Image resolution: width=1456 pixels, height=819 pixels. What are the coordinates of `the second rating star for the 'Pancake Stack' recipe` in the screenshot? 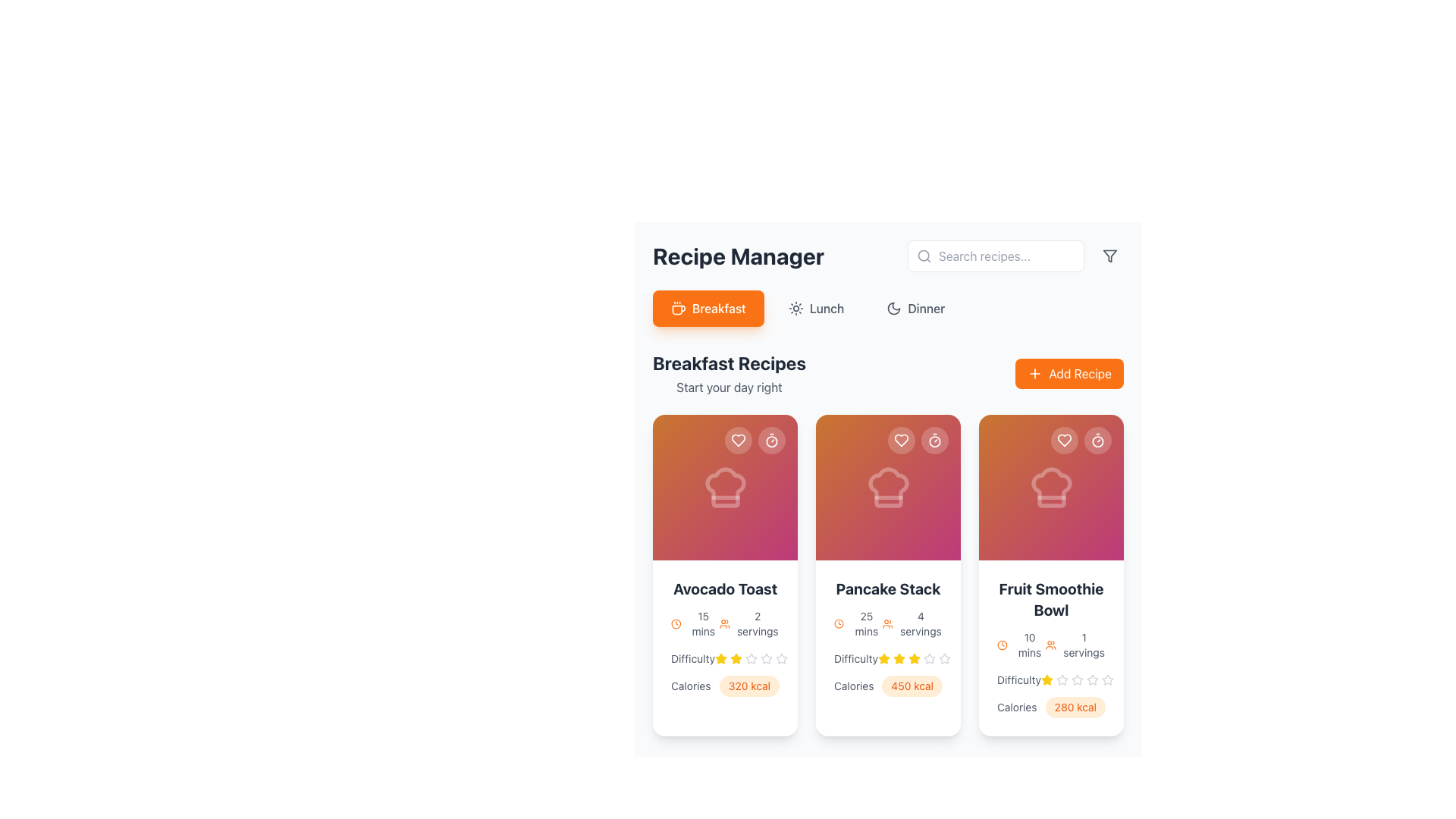 It's located at (884, 657).